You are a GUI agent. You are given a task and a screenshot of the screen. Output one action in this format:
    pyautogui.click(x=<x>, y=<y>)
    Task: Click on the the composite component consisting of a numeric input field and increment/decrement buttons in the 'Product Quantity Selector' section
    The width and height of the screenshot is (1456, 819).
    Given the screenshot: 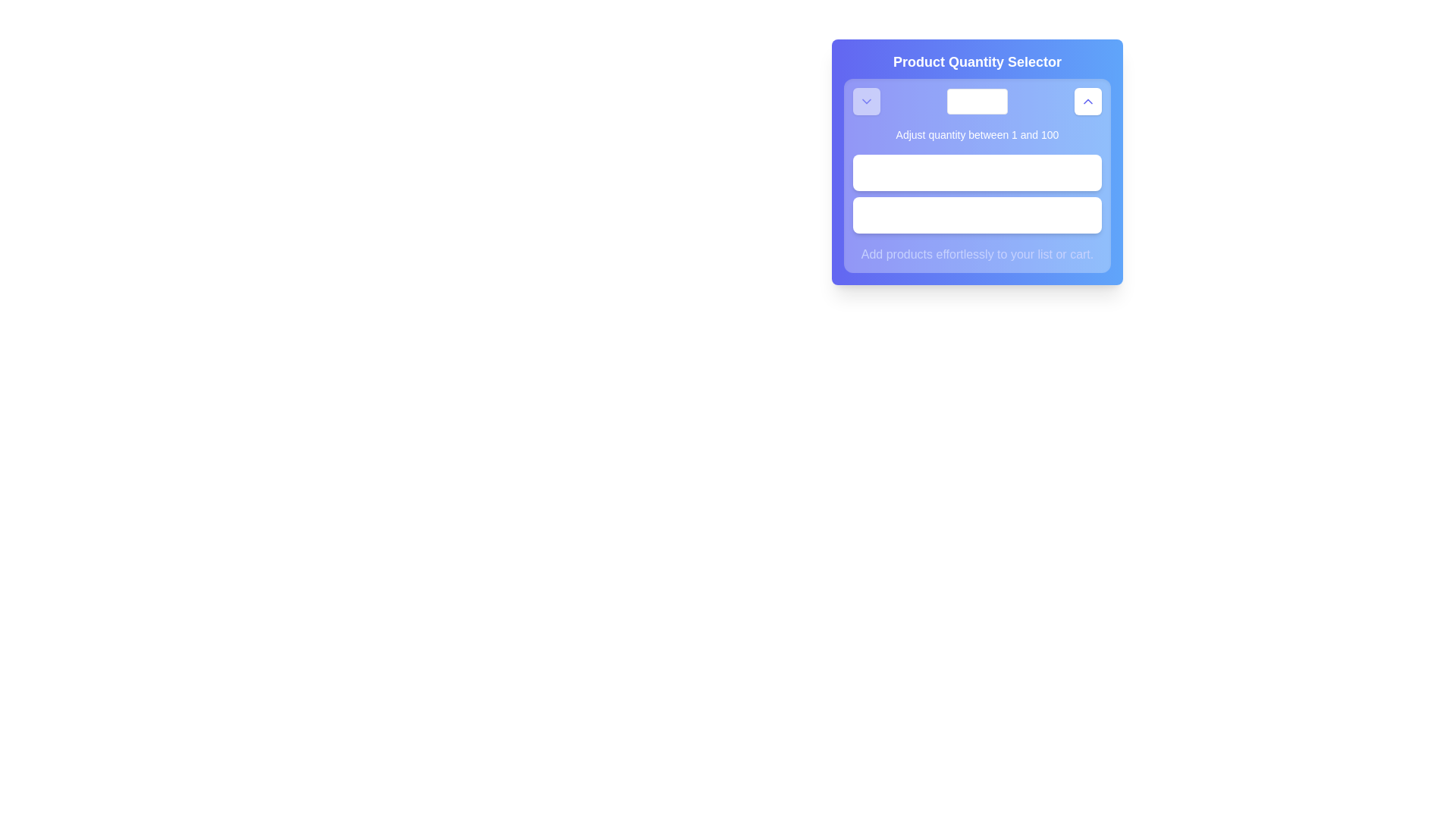 What is the action you would take?
    pyautogui.click(x=977, y=102)
    